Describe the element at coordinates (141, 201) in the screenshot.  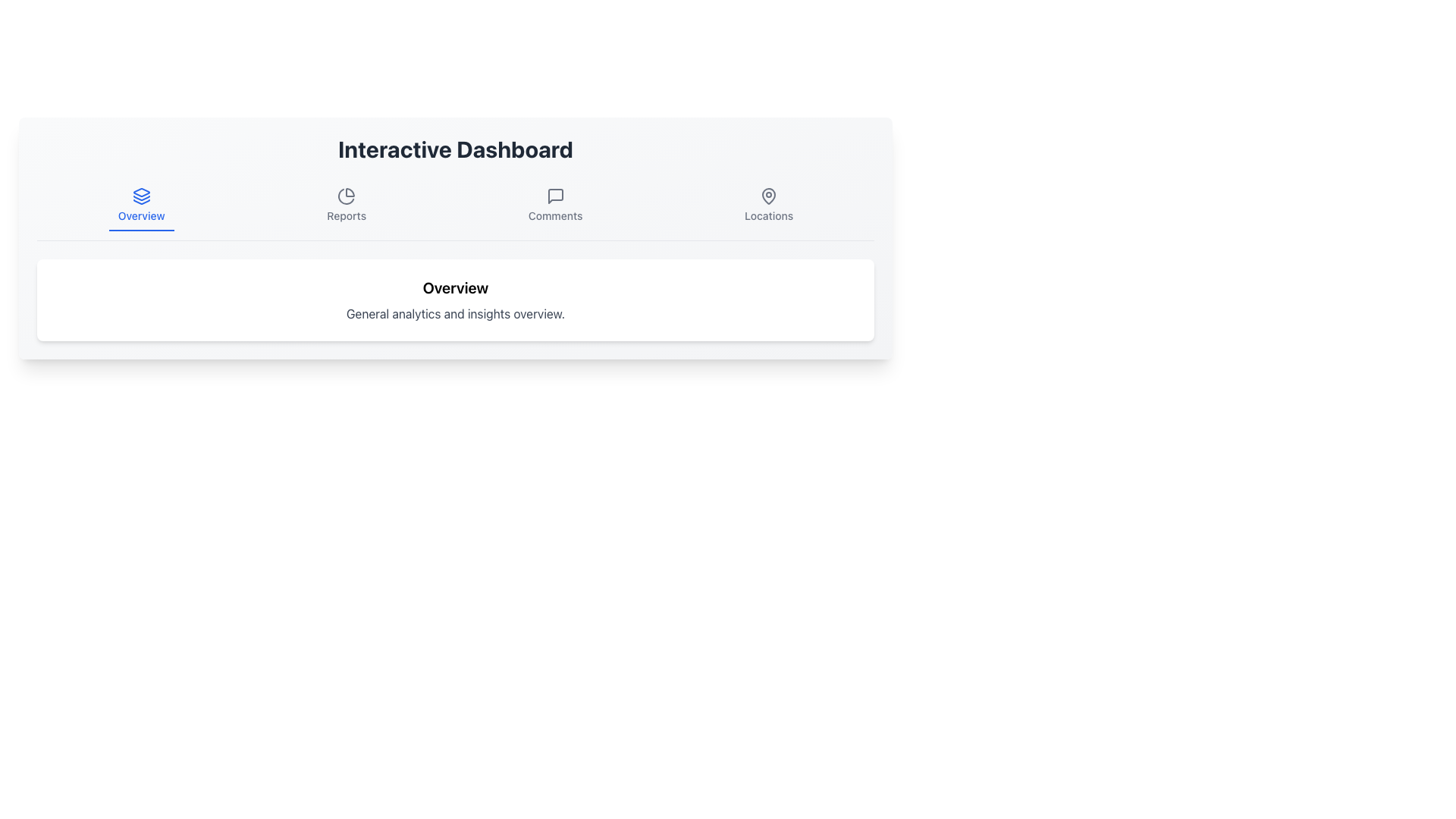
I see `the decorative Graphical Icon Layer associated with the 'Overview' section of the navigation` at that location.